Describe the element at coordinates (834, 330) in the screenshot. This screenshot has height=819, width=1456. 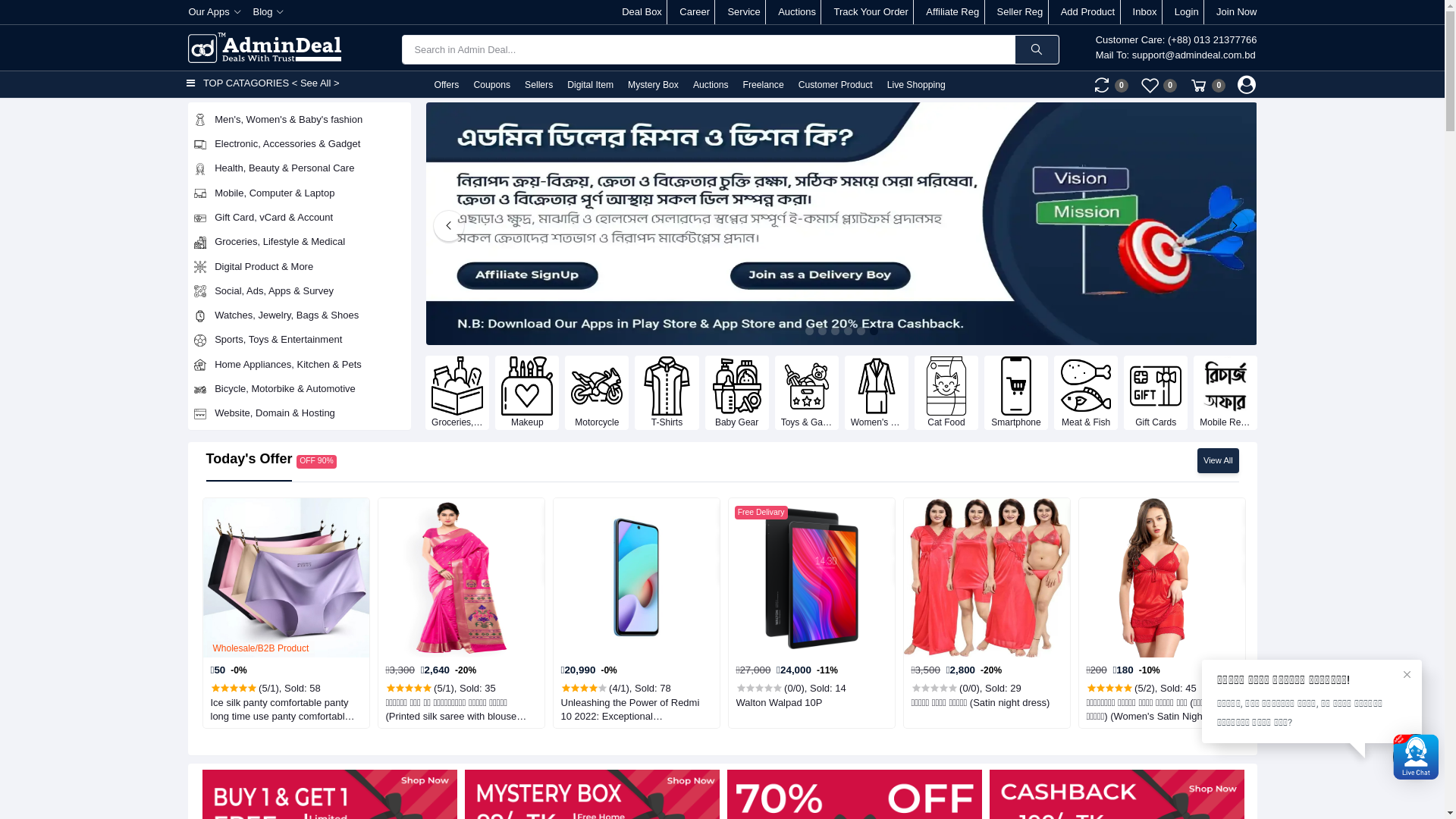
I see `'3'` at that location.